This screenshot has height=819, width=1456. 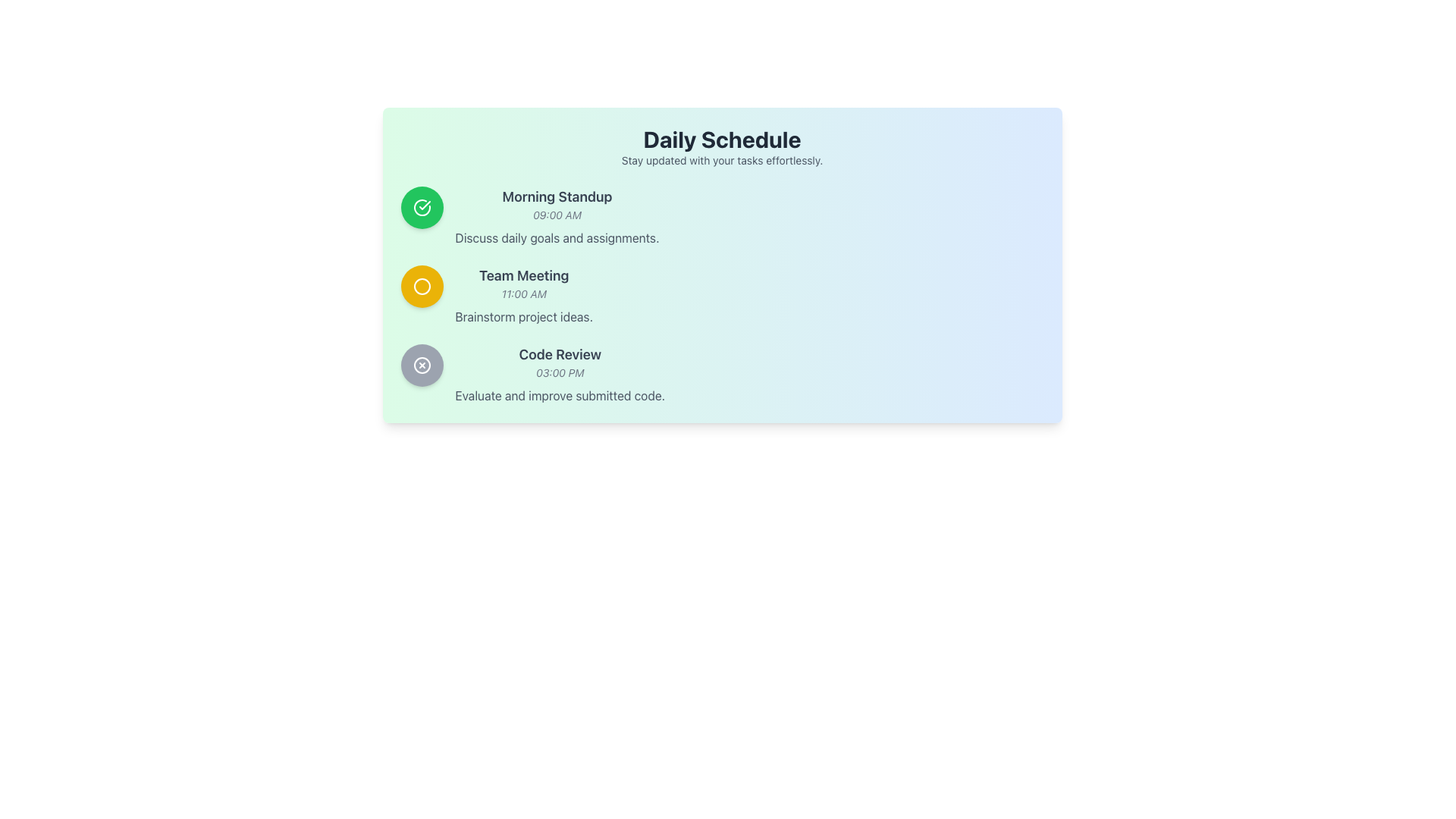 What do you see at coordinates (556, 196) in the screenshot?
I see `the text element displaying 'Morning Standup' in bold dark gray within the 'Daily Schedule' list` at bounding box center [556, 196].